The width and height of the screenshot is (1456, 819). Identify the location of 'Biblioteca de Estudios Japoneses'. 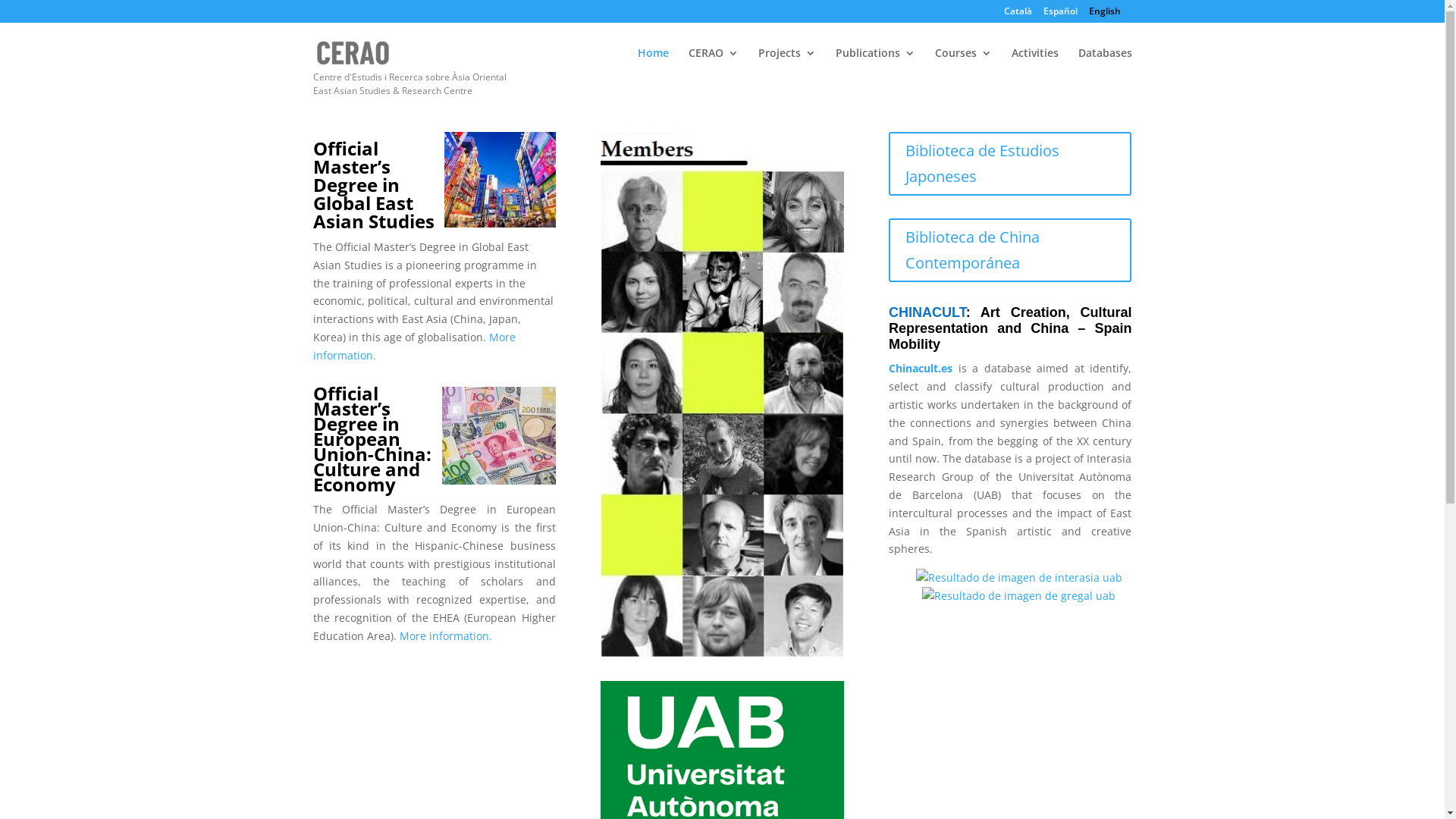
(1010, 164).